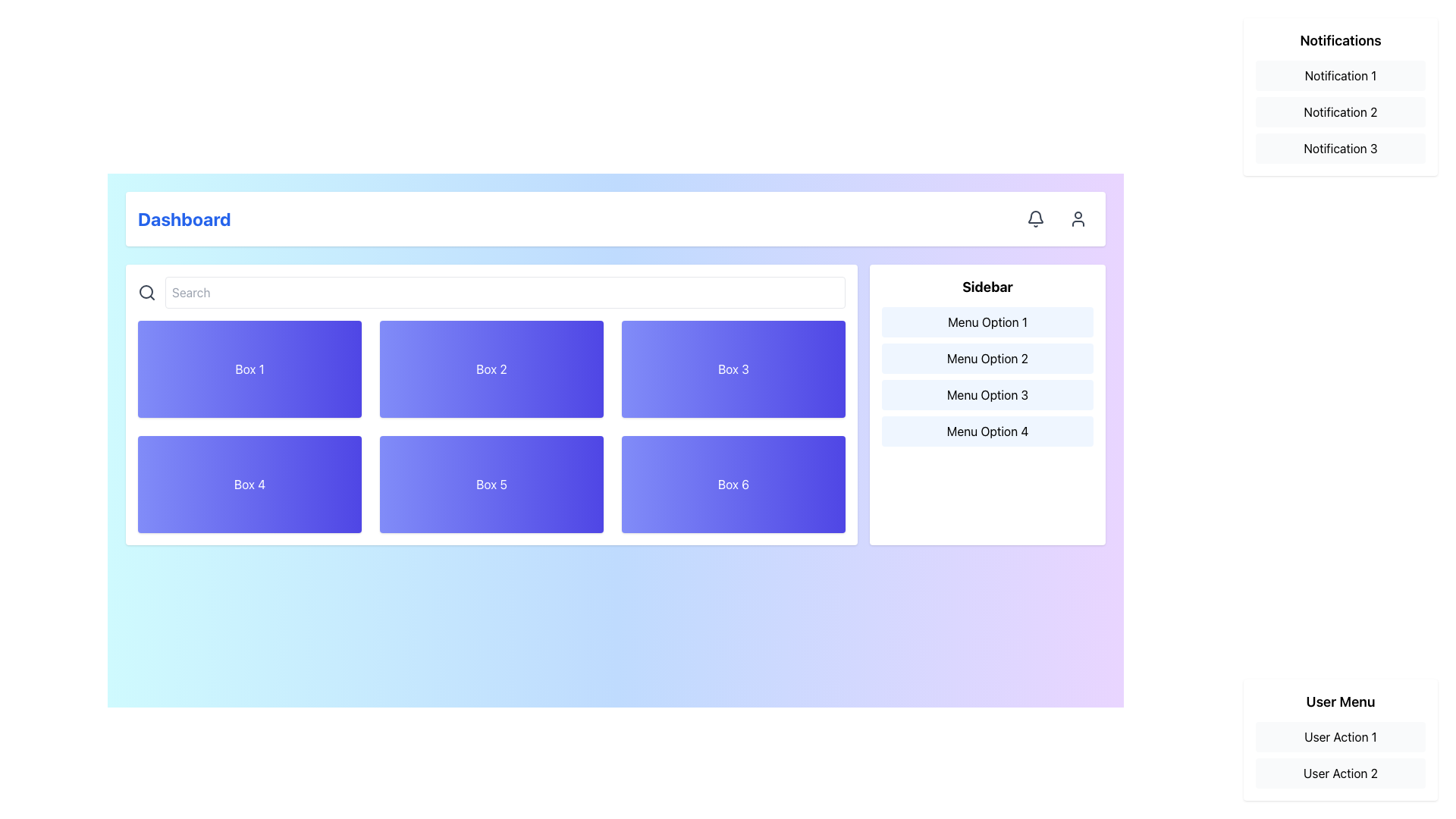  Describe the element at coordinates (987, 403) in the screenshot. I see `the Sidebar menu located in the rightmost column of the layout grid` at that location.